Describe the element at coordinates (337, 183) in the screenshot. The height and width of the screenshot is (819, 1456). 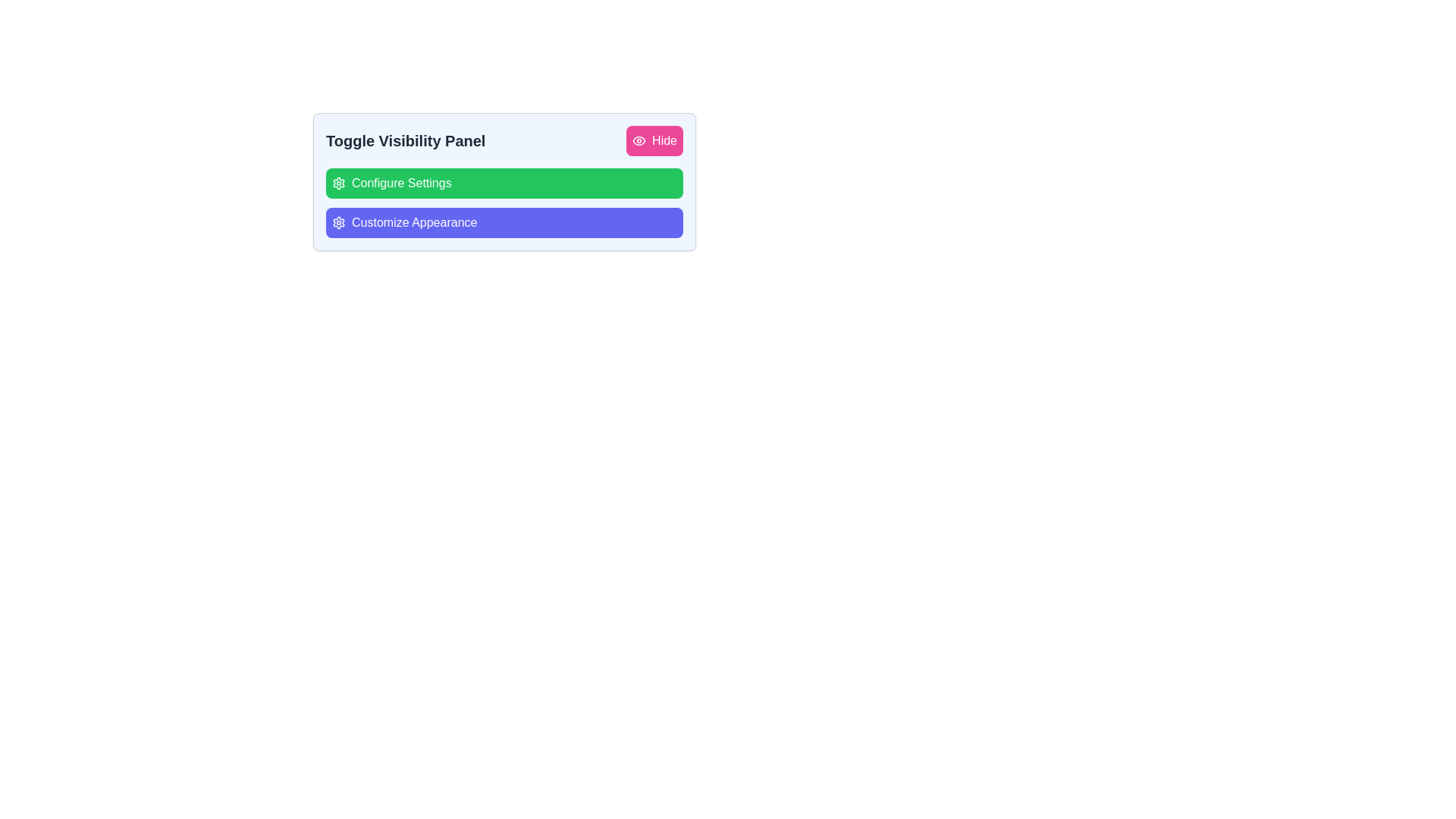
I see `the settings icon located to the left of the 'Configure Settings' label in the top green button area of the toggle visibility panel` at that location.